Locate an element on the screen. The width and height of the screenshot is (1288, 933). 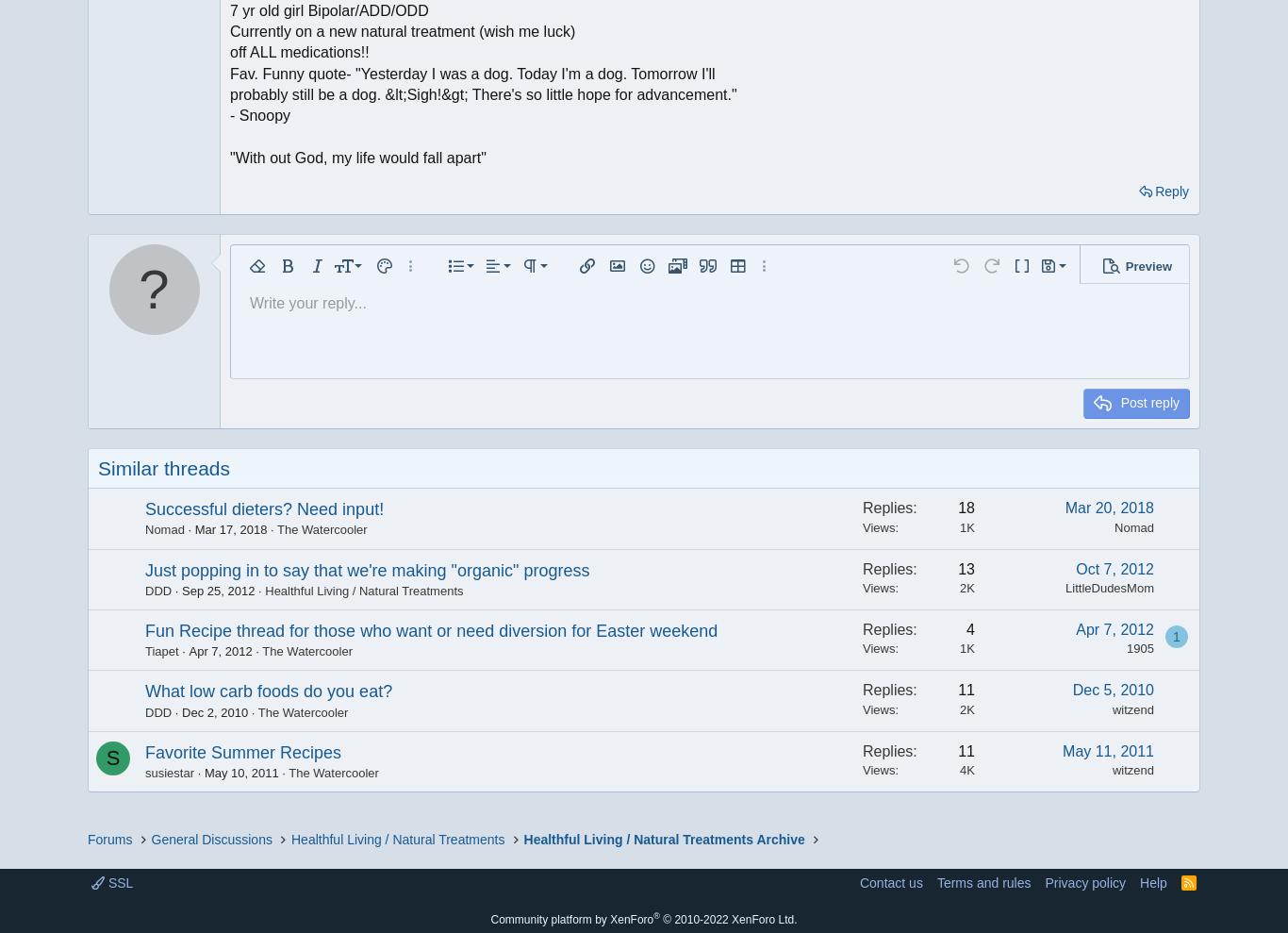
'May 11, 2011' is located at coordinates (1108, 749).